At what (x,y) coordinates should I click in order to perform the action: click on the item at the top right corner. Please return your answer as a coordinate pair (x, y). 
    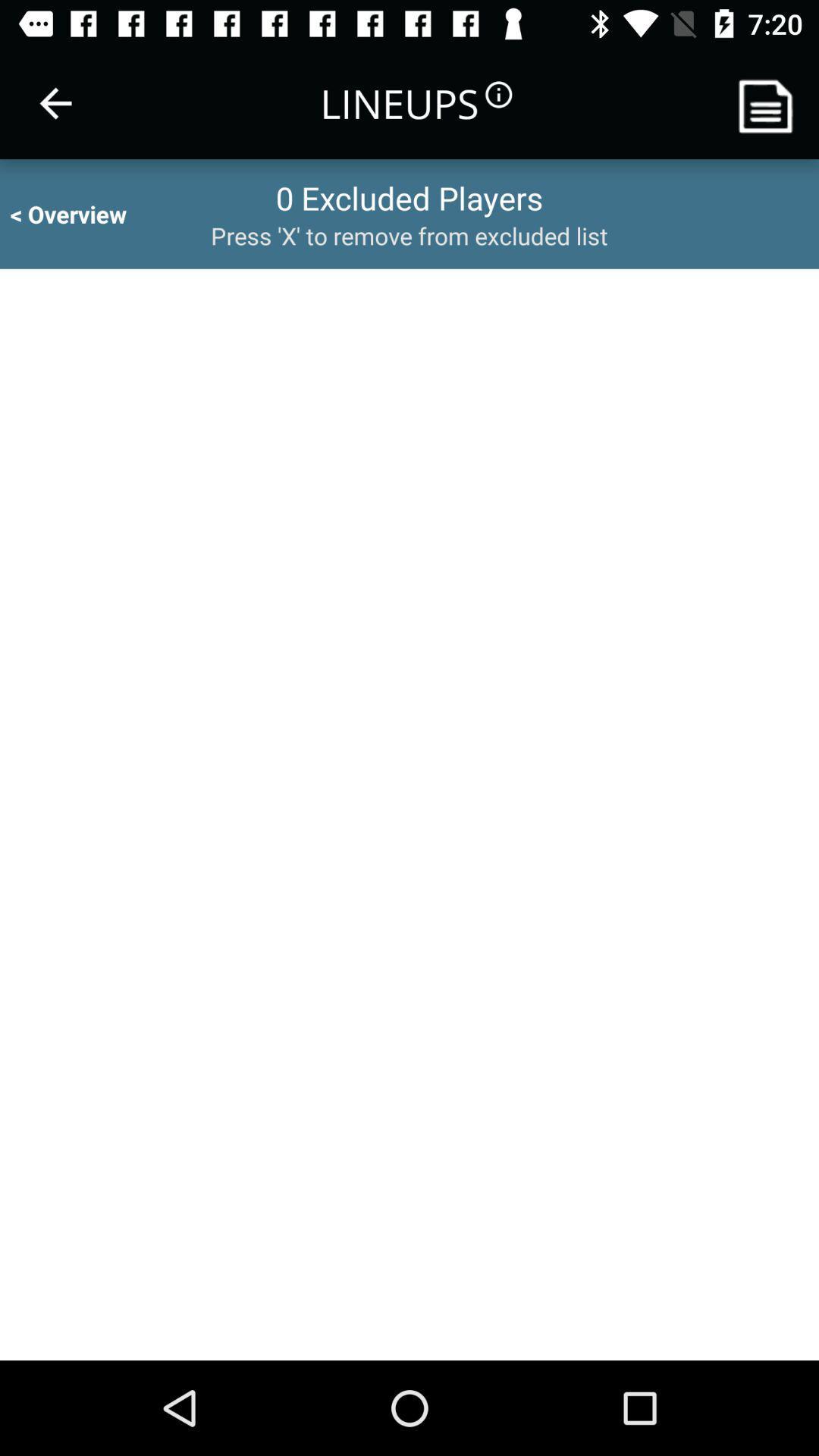
    Looking at the image, I should click on (771, 102).